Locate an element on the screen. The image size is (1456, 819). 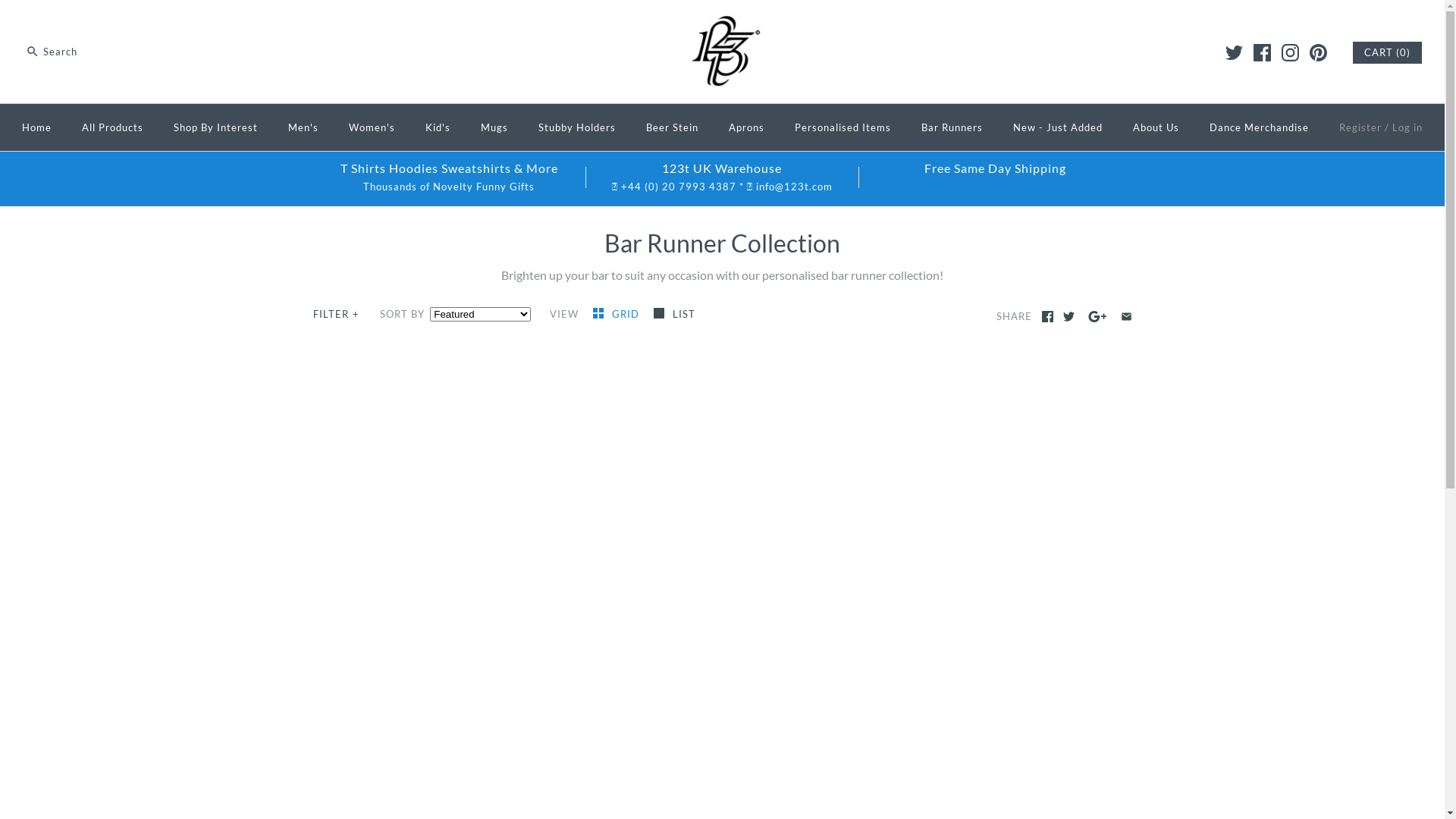
'FILTER +' is located at coordinates (336, 314).